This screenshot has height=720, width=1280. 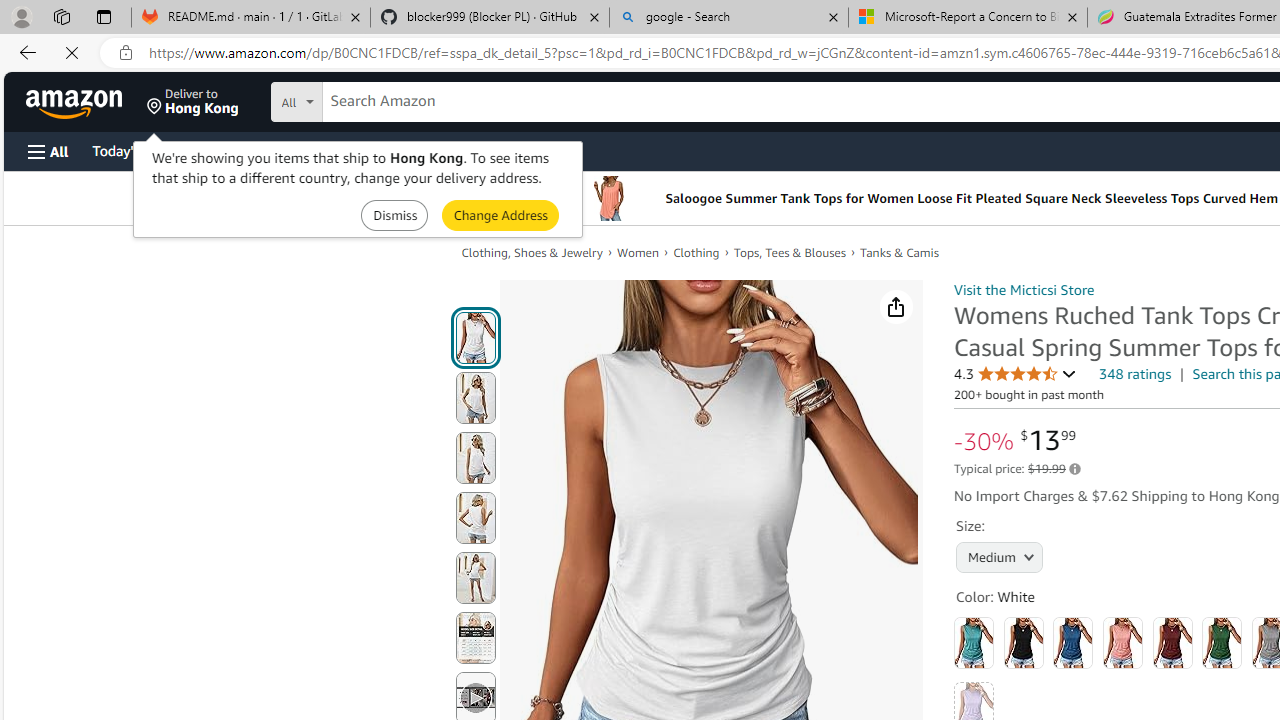 I want to click on 'Search in', so click(x=371, y=99).